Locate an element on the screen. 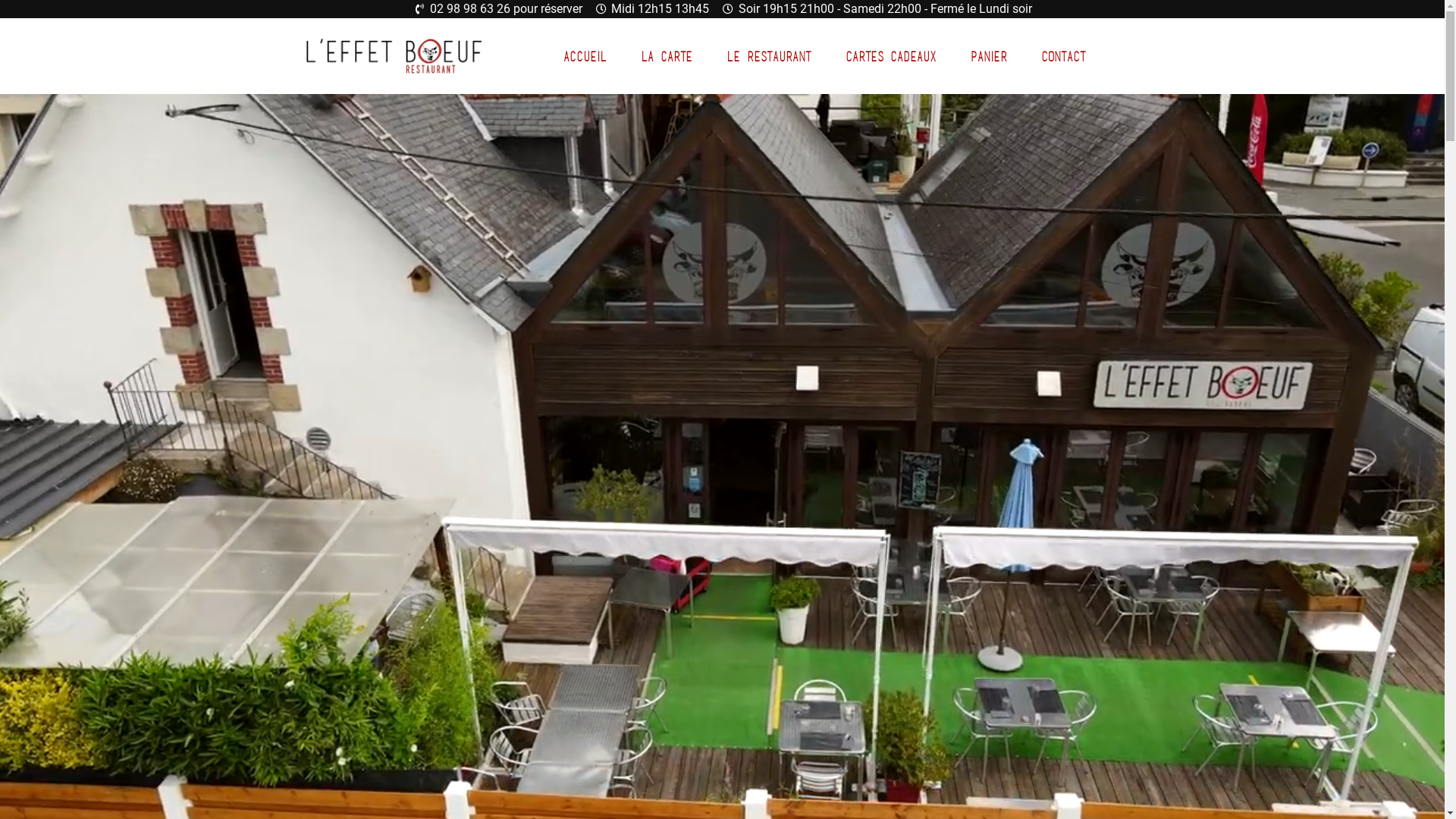 The width and height of the screenshot is (1456, 819). 'PANIER' is located at coordinates (989, 55).